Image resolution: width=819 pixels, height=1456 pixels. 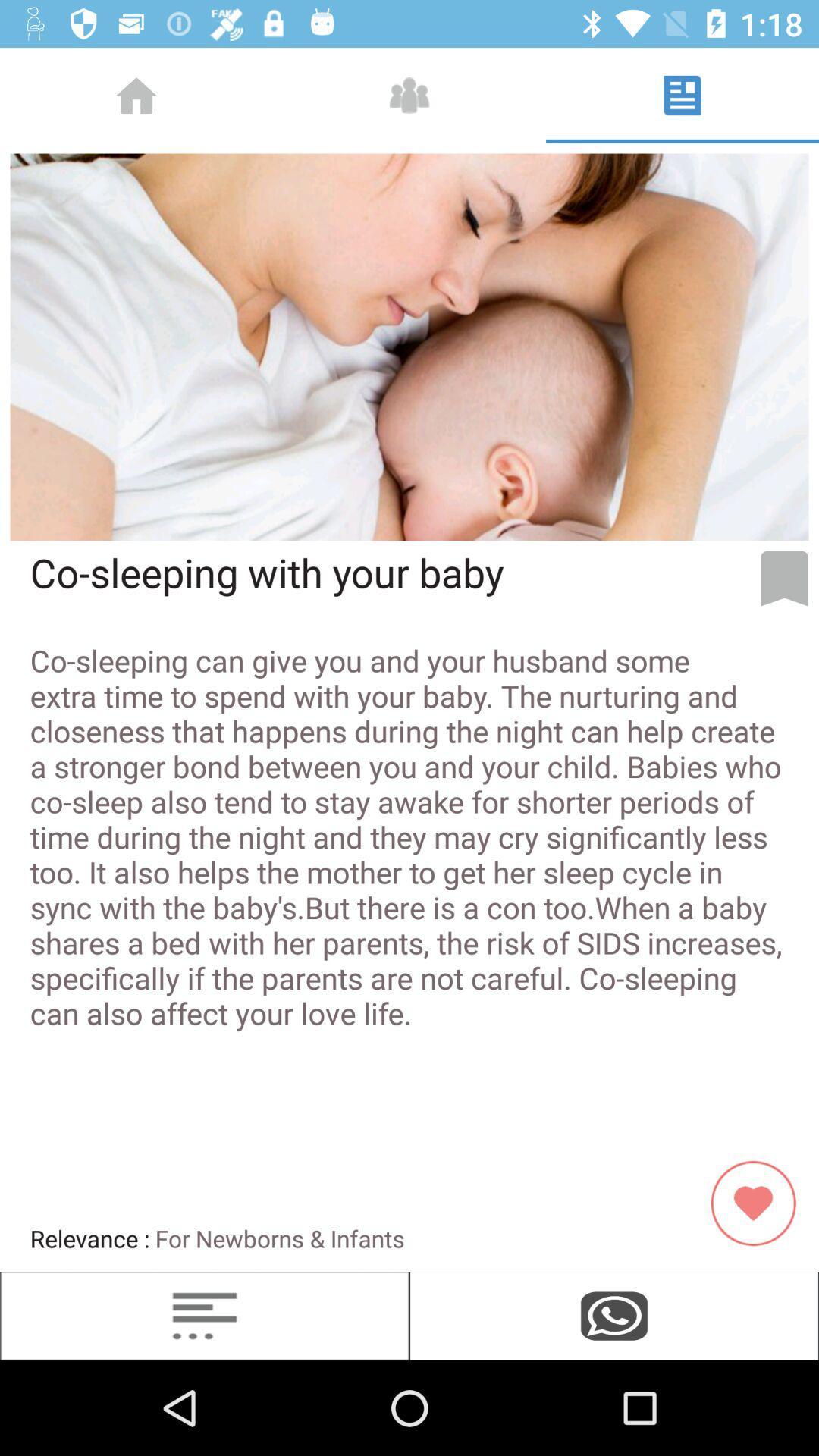 What do you see at coordinates (136, 94) in the screenshot?
I see `the home button icon` at bounding box center [136, 94].